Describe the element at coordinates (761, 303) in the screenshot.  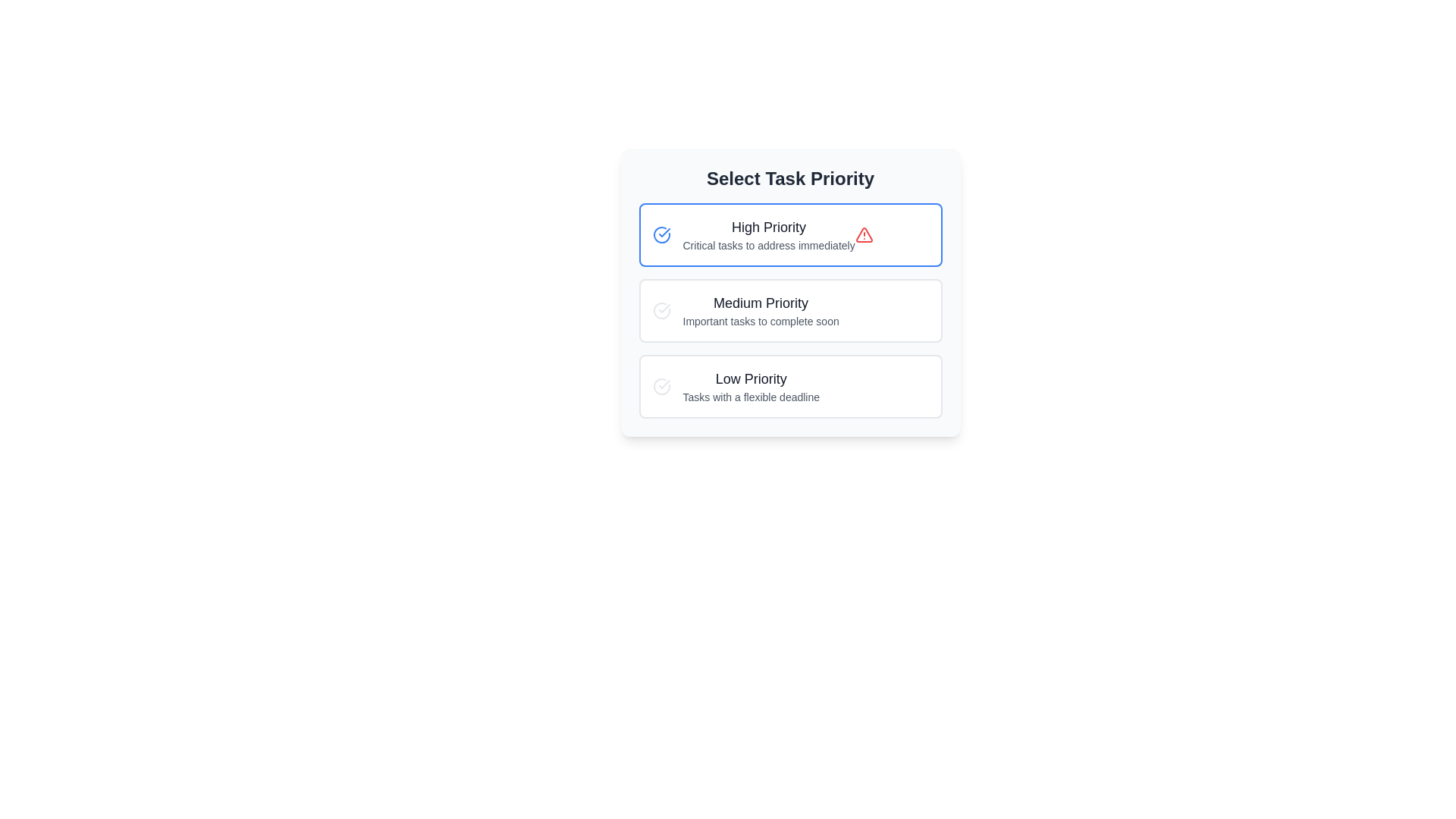
I see `the 'Medium Priority' text label, which serves as a heading for the task category, located between 'High Priority' and 'Important tasks to complete soon'` at that location.